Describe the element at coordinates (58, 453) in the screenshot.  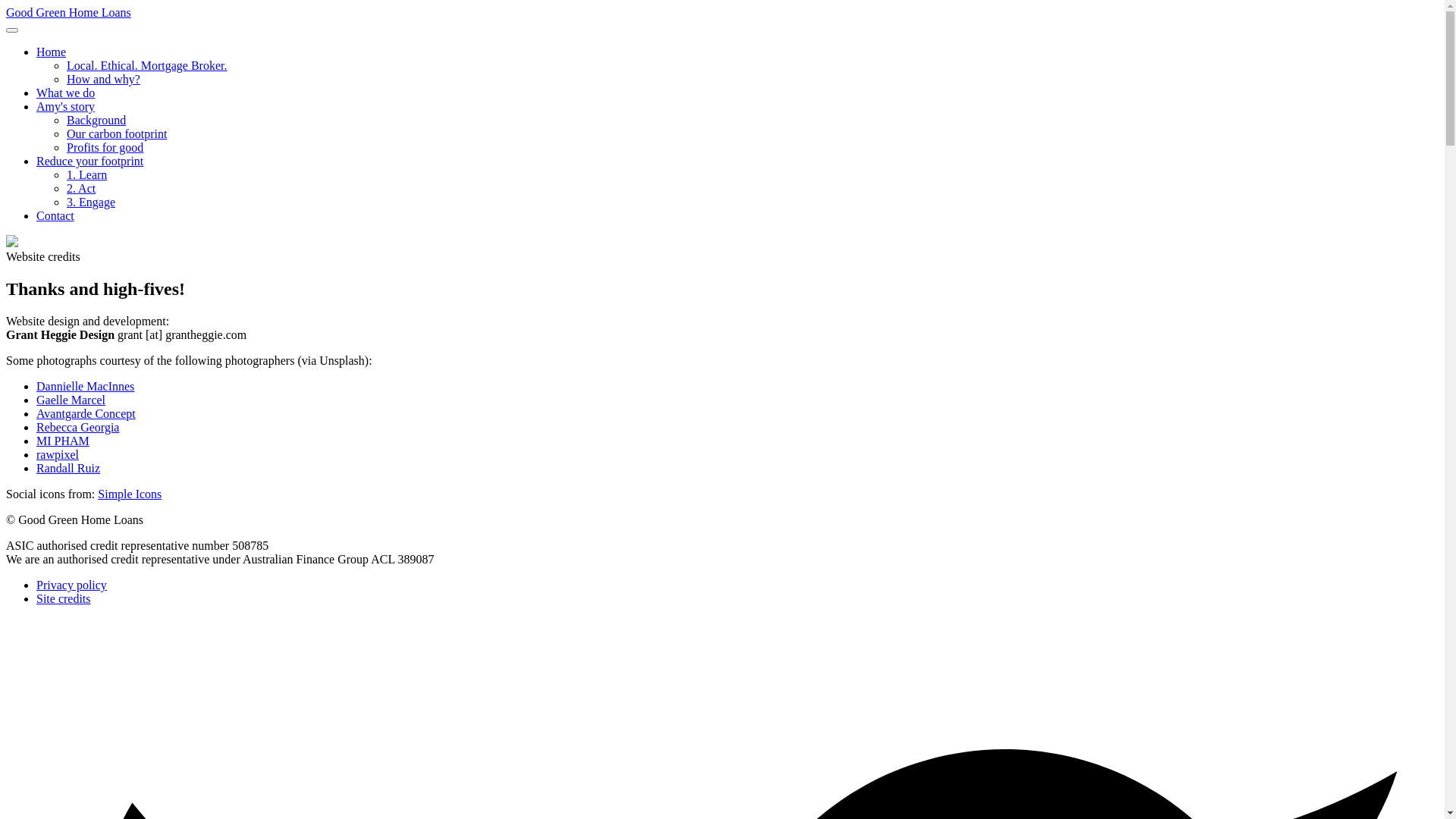
I see `'rawpixel'` at that location.